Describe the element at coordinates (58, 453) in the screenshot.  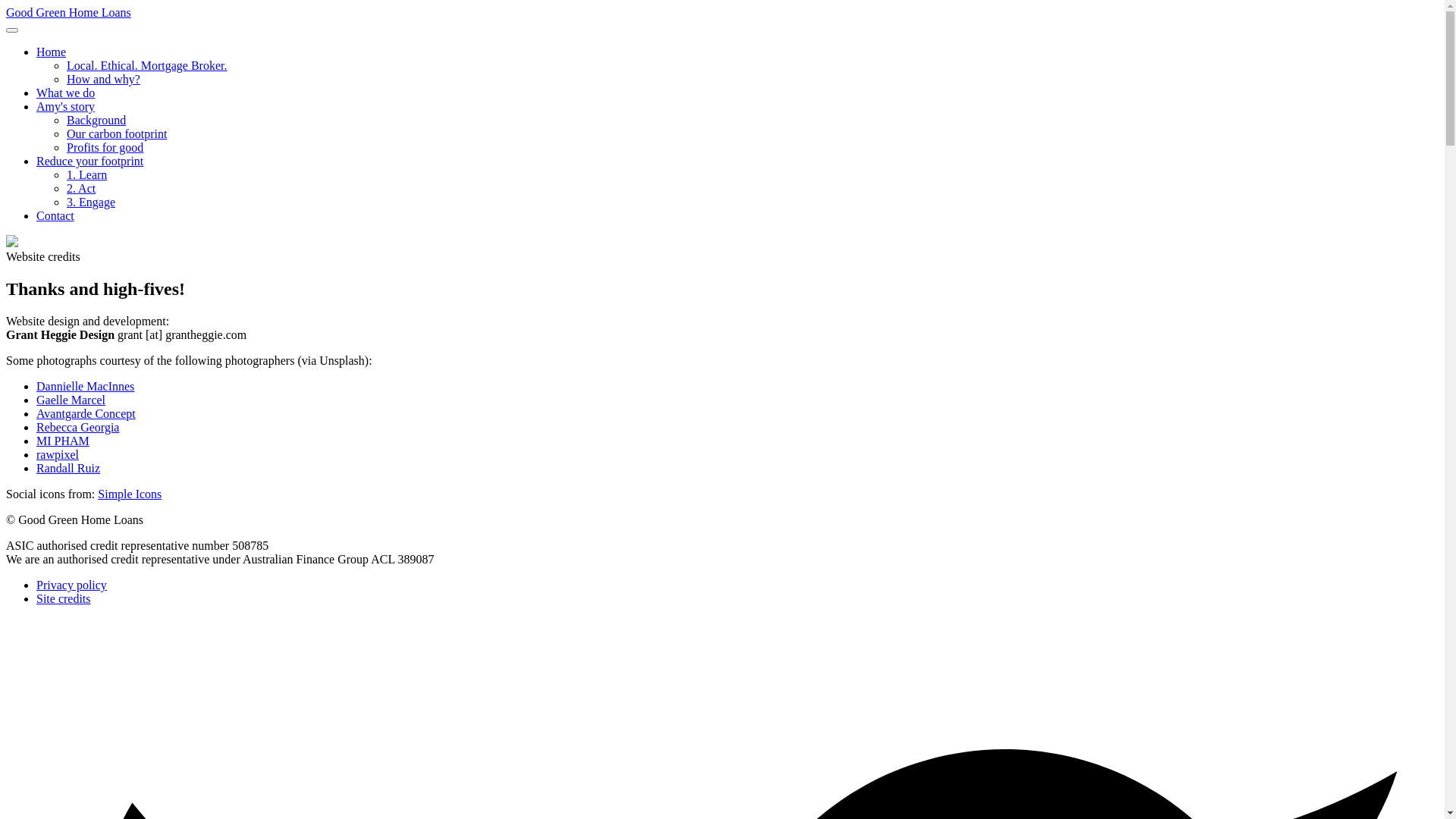
I see `'rawpixel'` at that location.